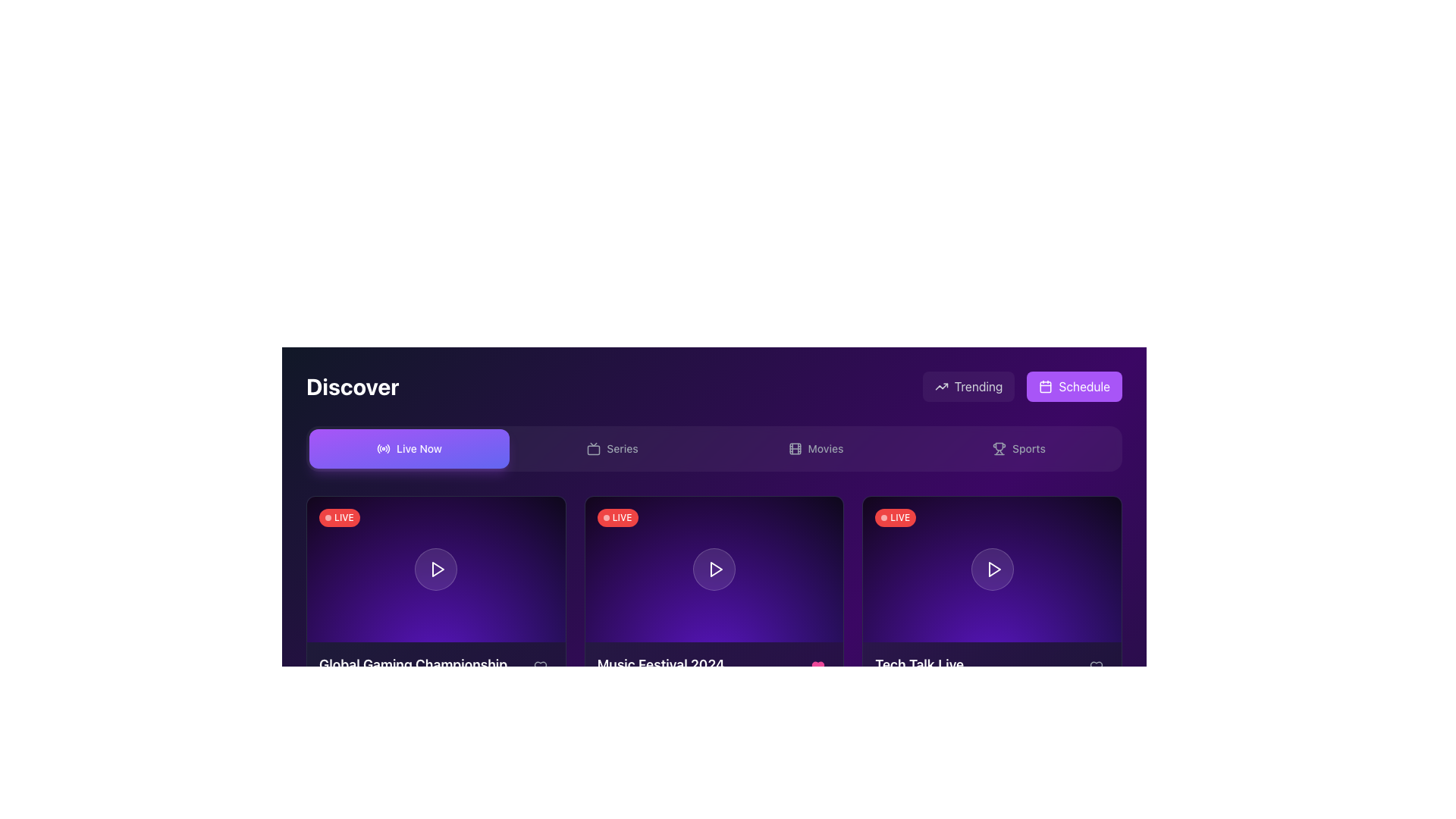 The height and width of the screenshot is (819, 1456). What do you see at coordinates (1074, 385) in the screenshot?
I see `the 'Schedule' button with a purple background featuring a white calendar icon to highlight it` at bounding box center [1074, 385].